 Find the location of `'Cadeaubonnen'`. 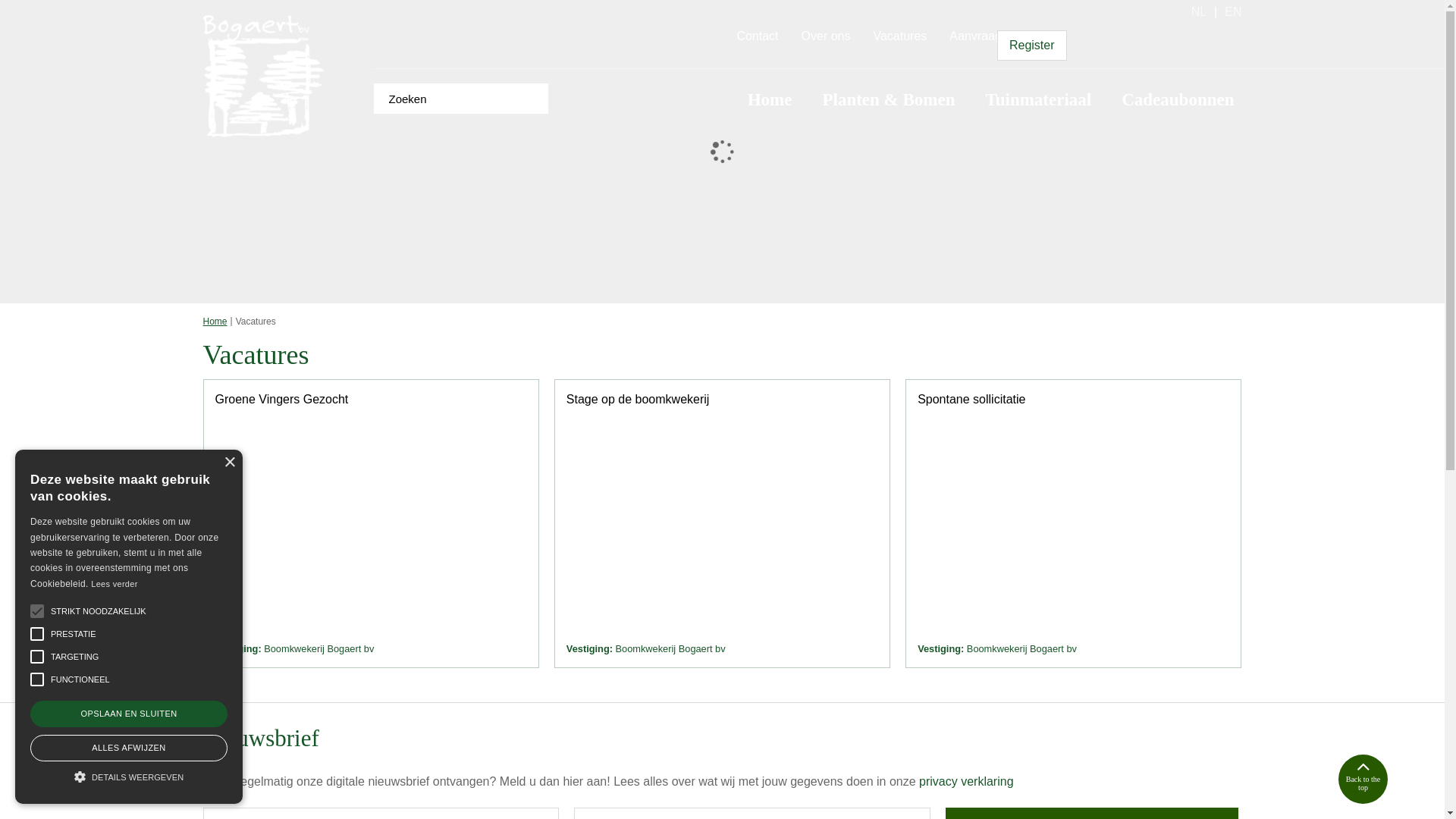

'Cadeaubonnen' is located at coordinates (1177, 99).